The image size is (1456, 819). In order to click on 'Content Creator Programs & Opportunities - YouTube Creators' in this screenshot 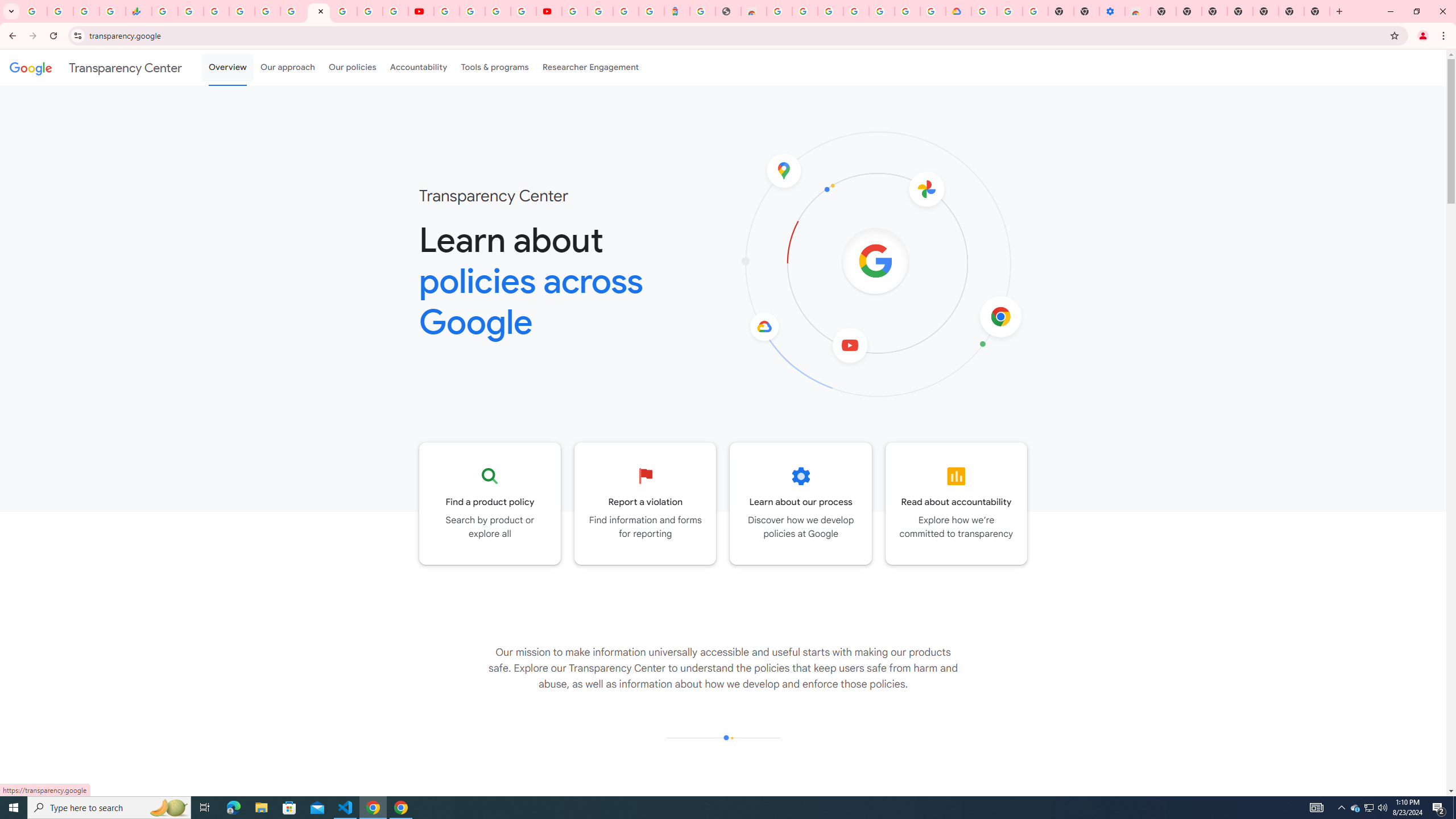, I will do `click(549, 11)`.